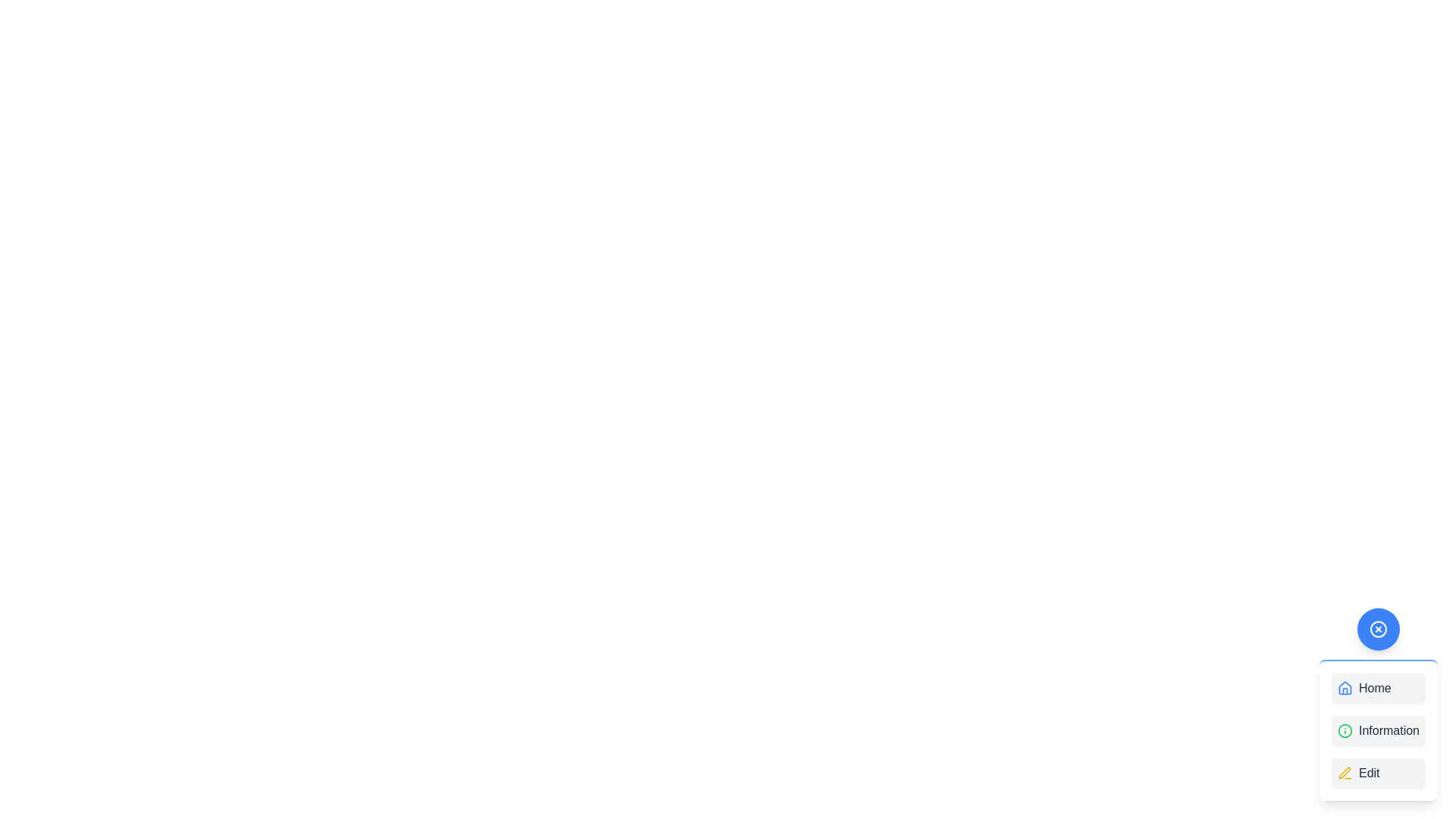  What do you see at coordinates (1379, 730) in the screenshot?
I see `the 'Information' button with a green circle icon and text located in the vertical list of options` at bounding box center [1379, 730].